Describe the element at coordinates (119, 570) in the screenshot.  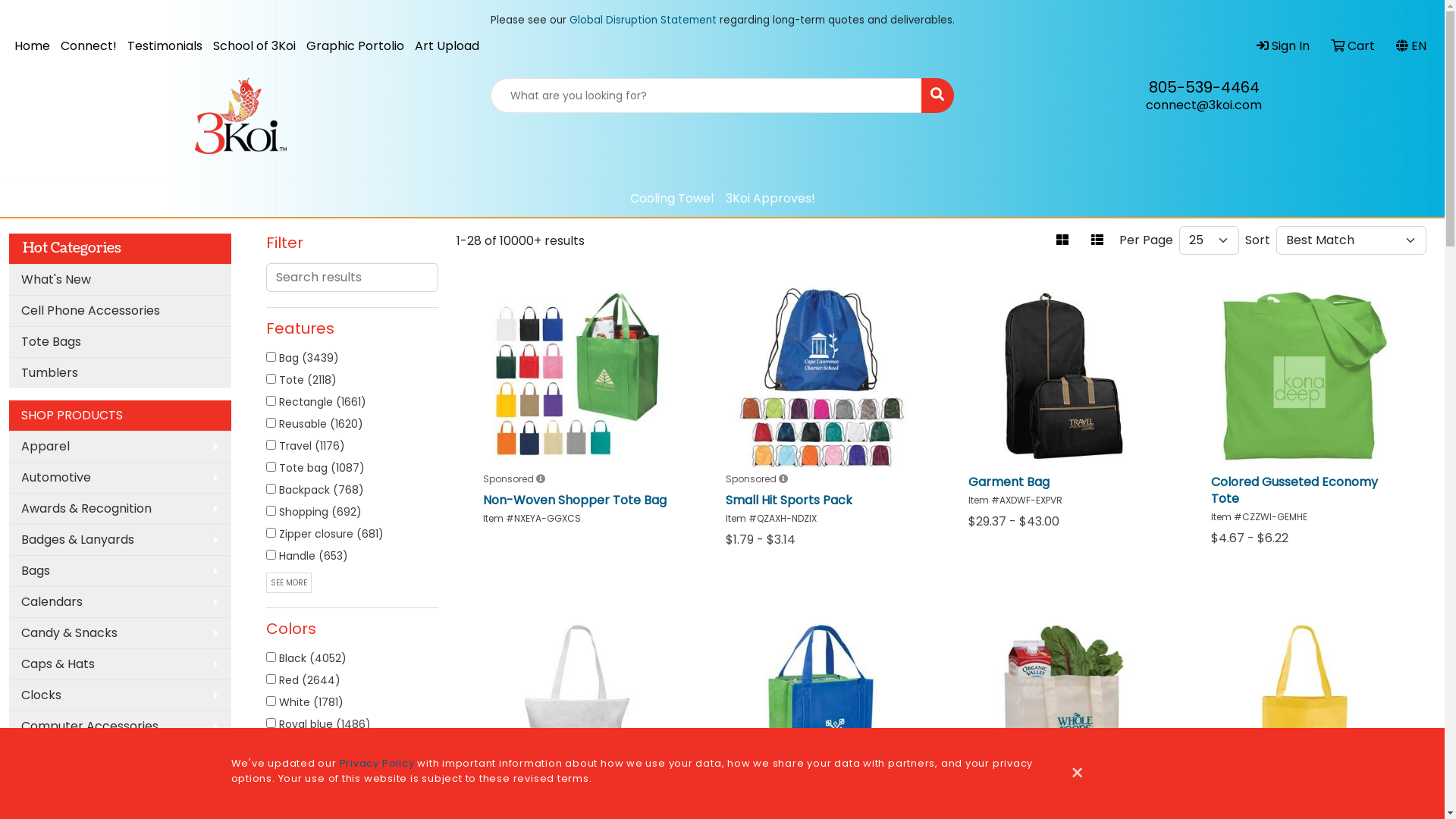
I see `'Bags'` at that location.